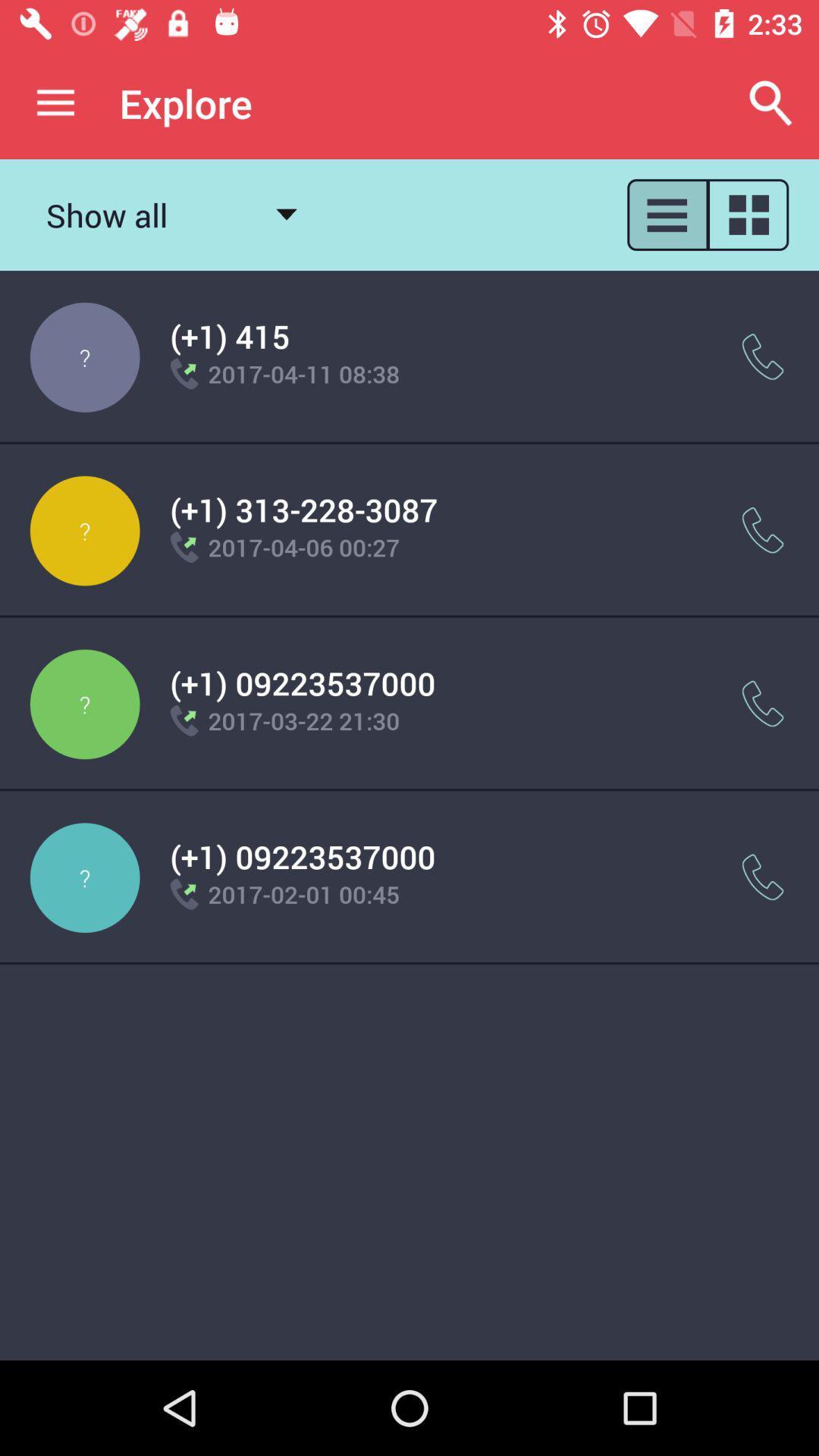  I want to click on apps, so click(666, 214).